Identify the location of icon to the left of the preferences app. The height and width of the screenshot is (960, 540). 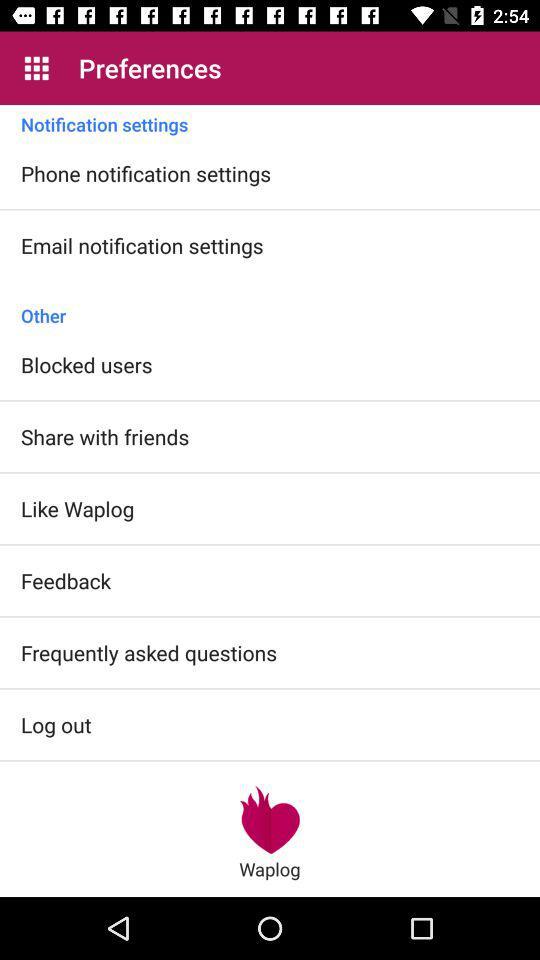
(36, 68).